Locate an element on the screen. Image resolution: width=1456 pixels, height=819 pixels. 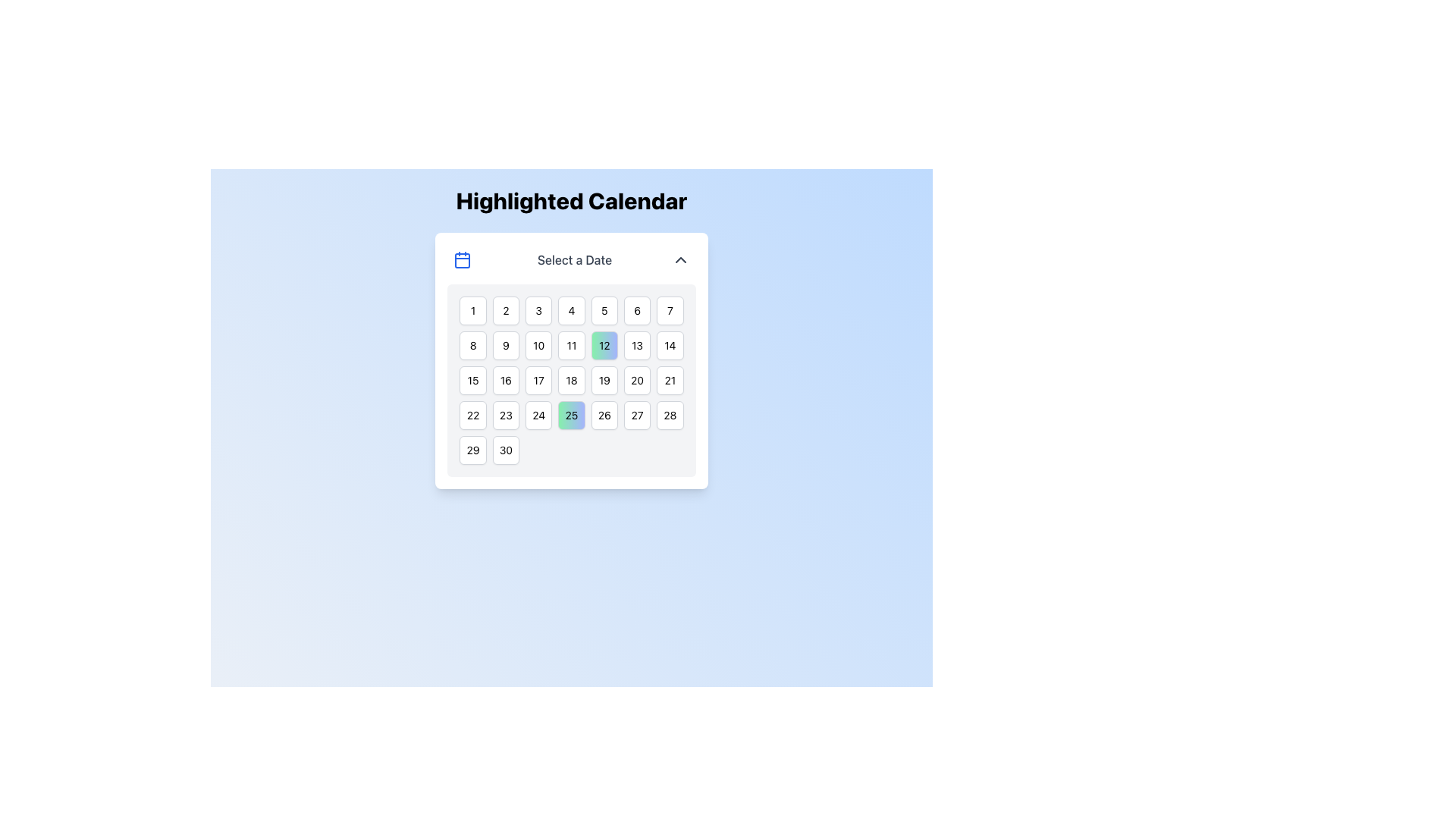
the button labeled '10' is located at coordinates (538, 345).